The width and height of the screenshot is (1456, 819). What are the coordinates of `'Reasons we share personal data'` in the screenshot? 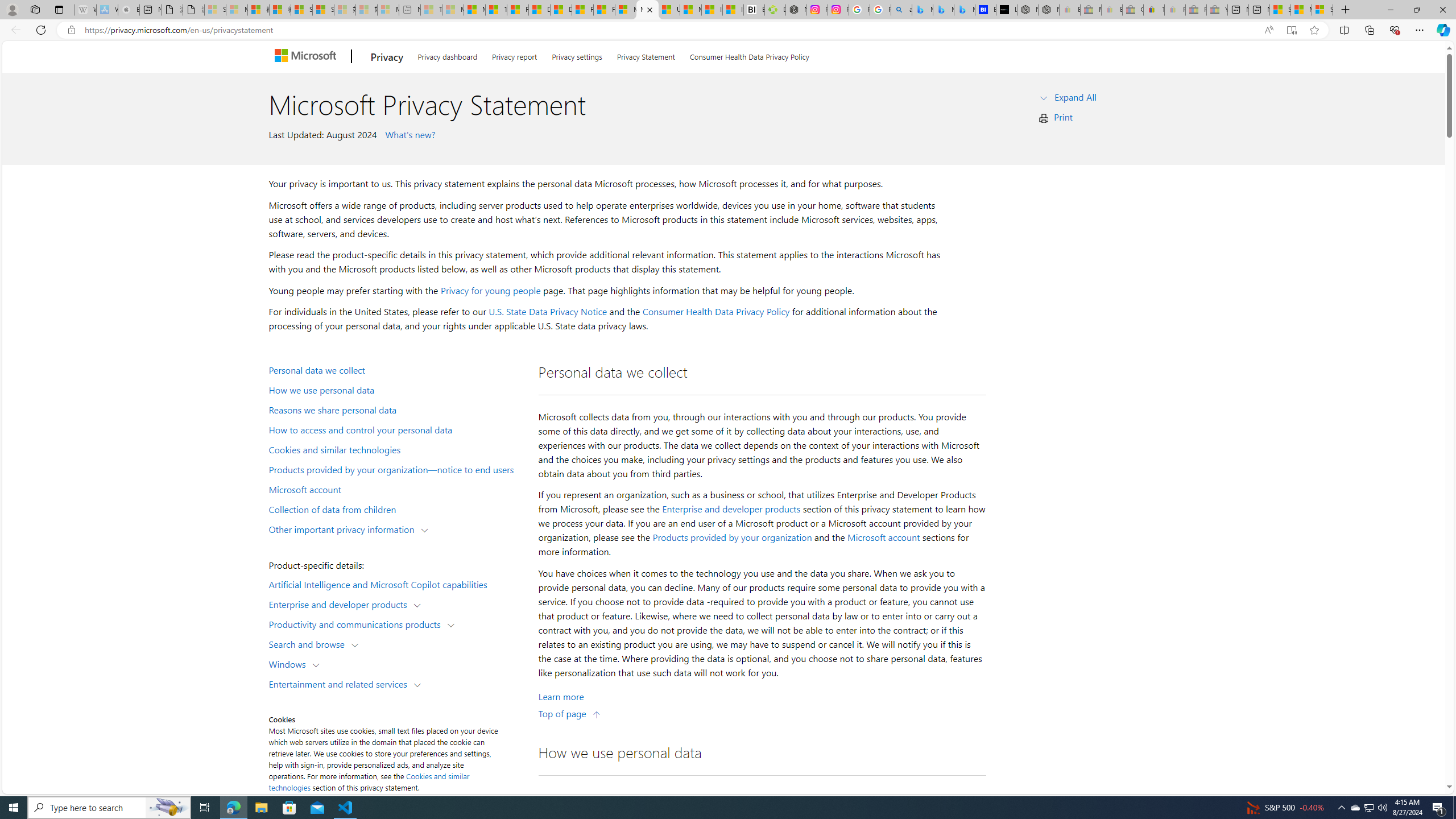 It's located at (396, 409).